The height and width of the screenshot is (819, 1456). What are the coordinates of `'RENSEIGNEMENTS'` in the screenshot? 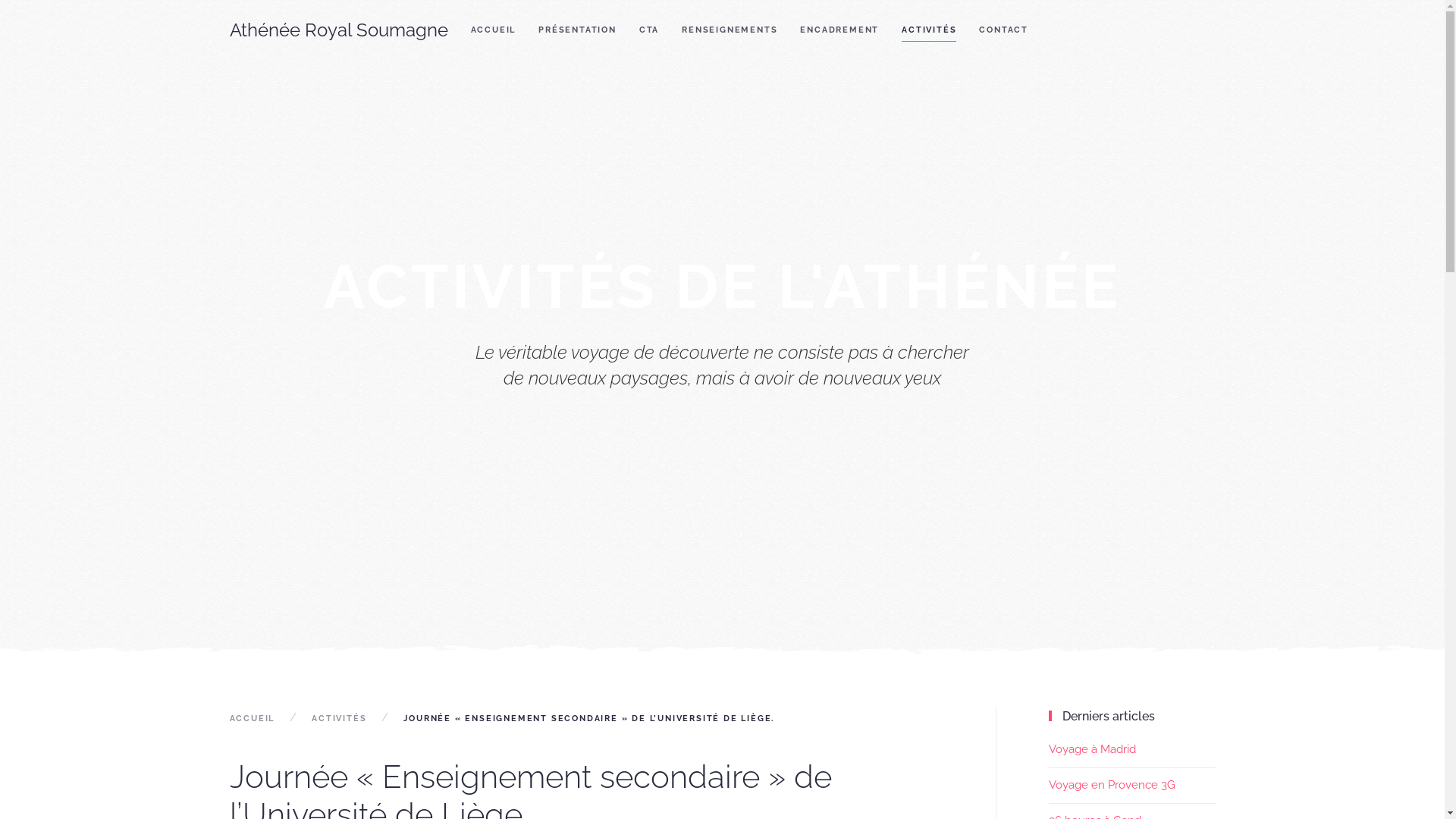 It's located at (669, 30).